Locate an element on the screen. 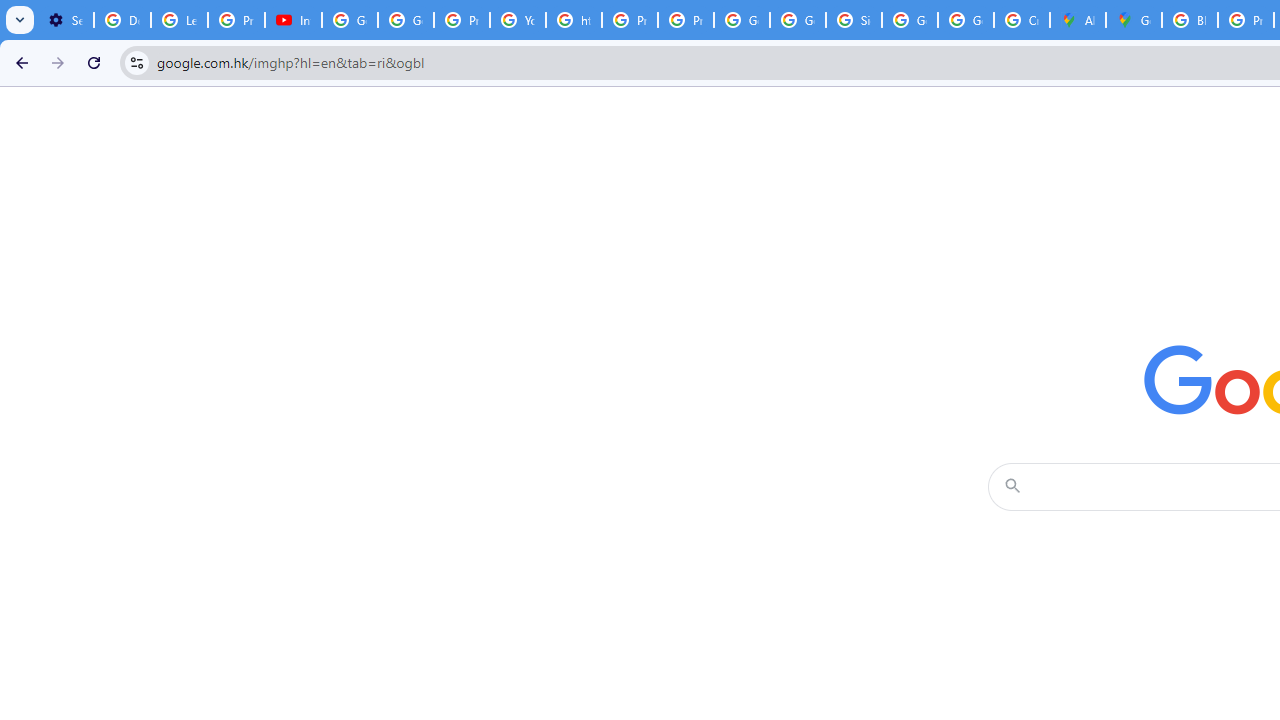 The width and height of the screenshot is (1280, 720). 'Settings - Customize profile' is located at coordinates (65, 20).